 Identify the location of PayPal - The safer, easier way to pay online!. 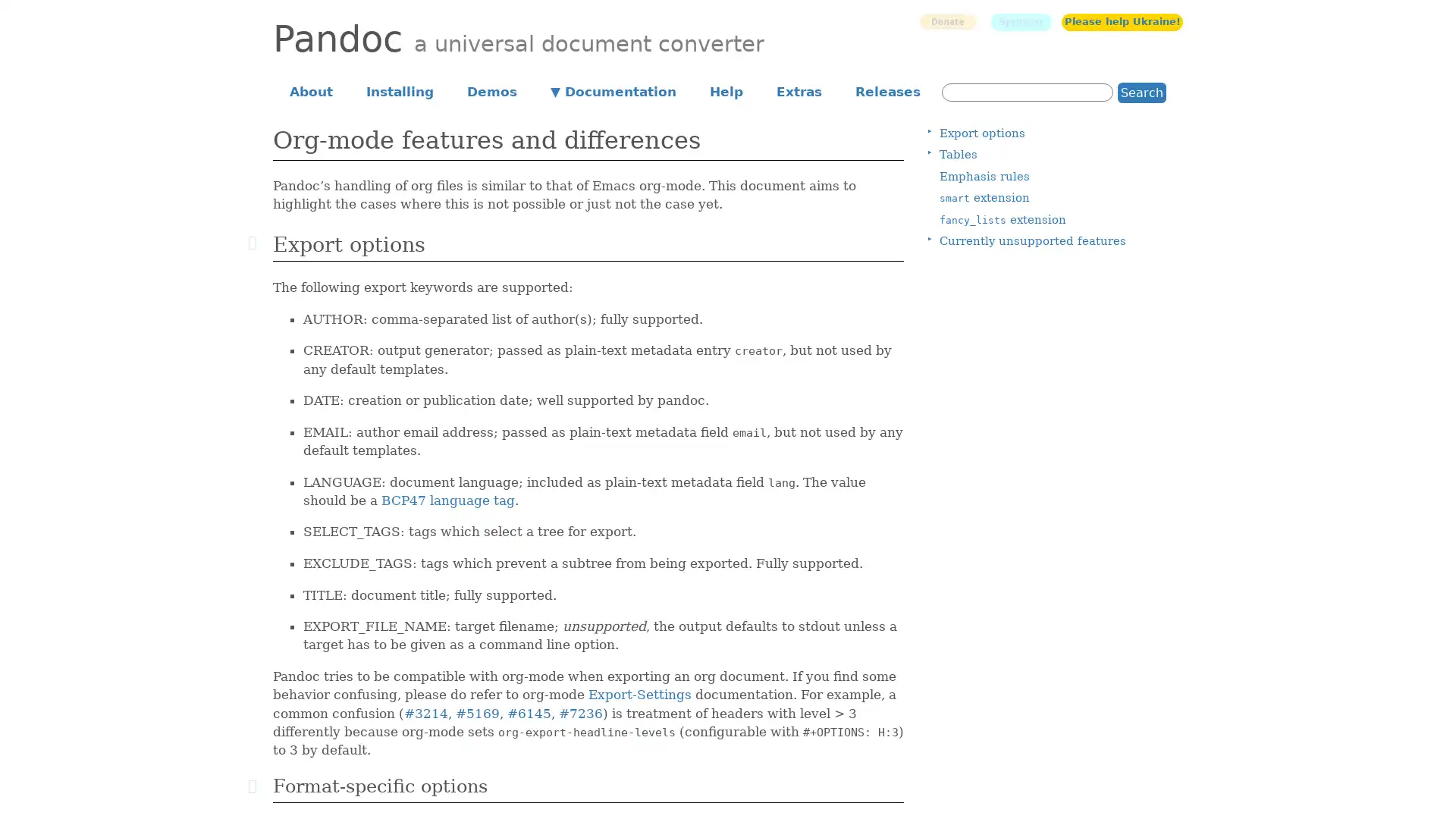
(946, 21).